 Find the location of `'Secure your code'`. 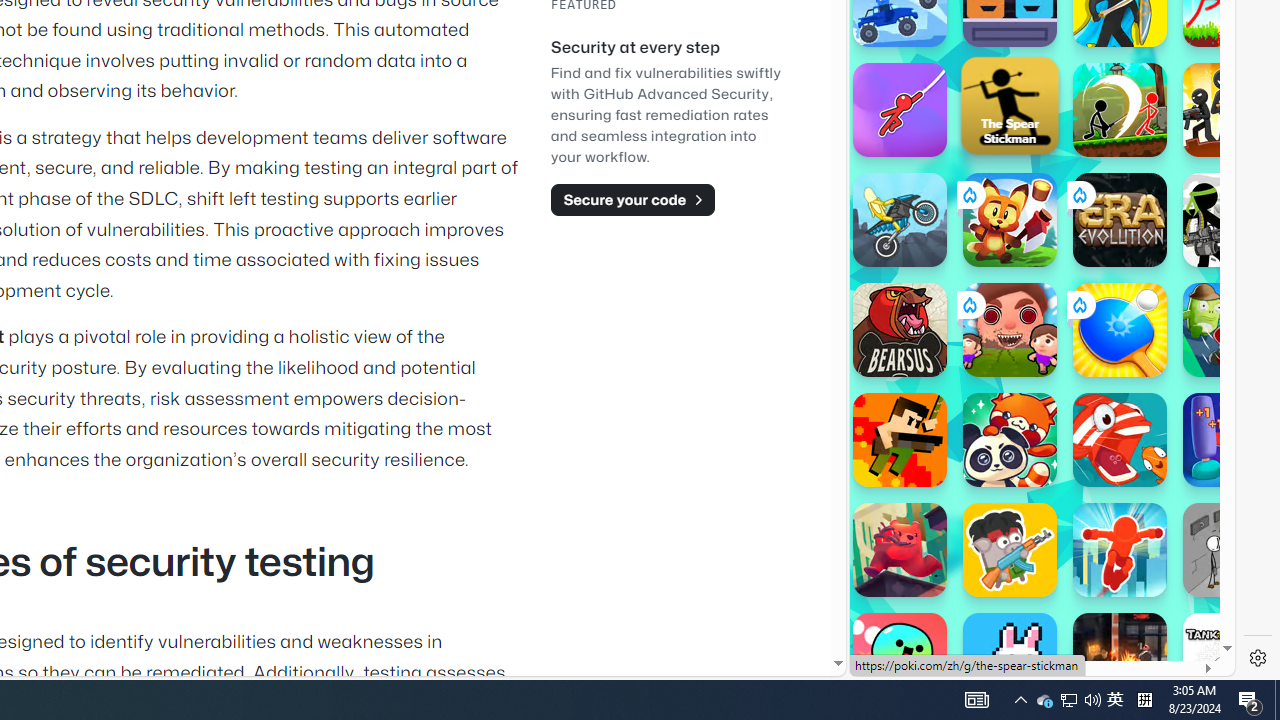

'Secure your code' is located at coordinates (631, 199).